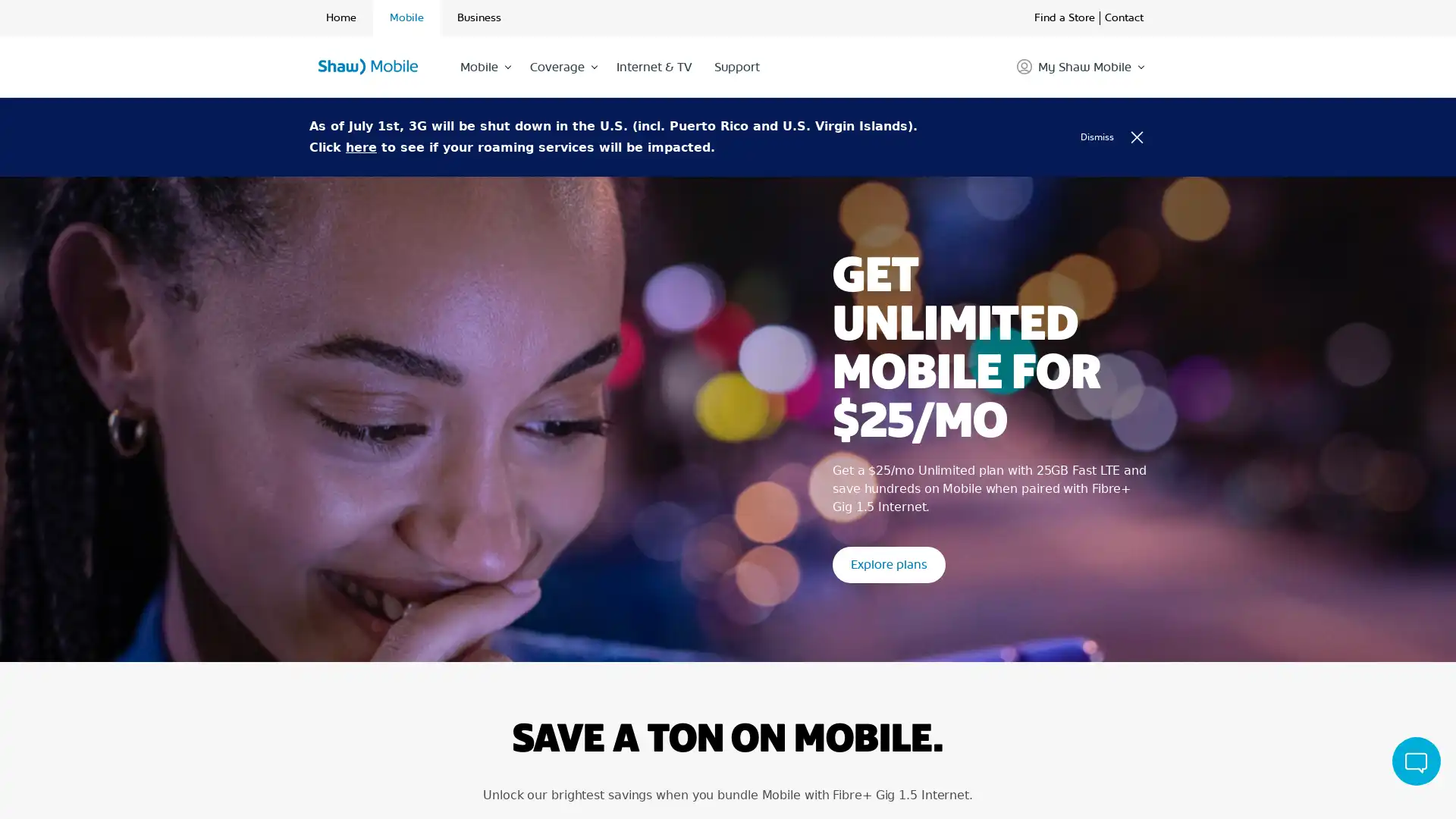  What do you see at coordinates (1117, 137) in the screenshot?
I see `Dismiss` at bounding box center [1117, 137].